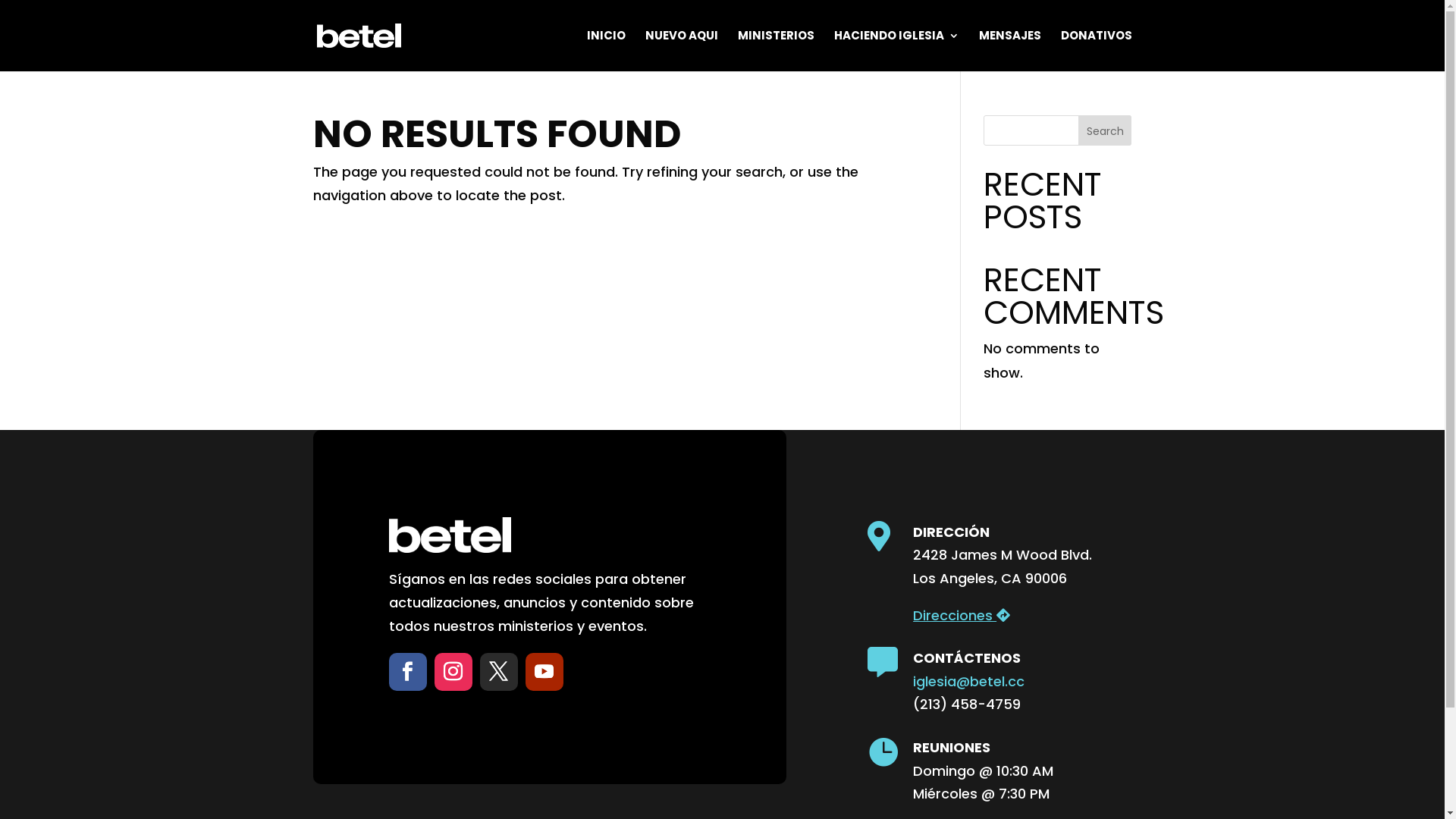  I want to click on 'INICIO', so click(585, 49).